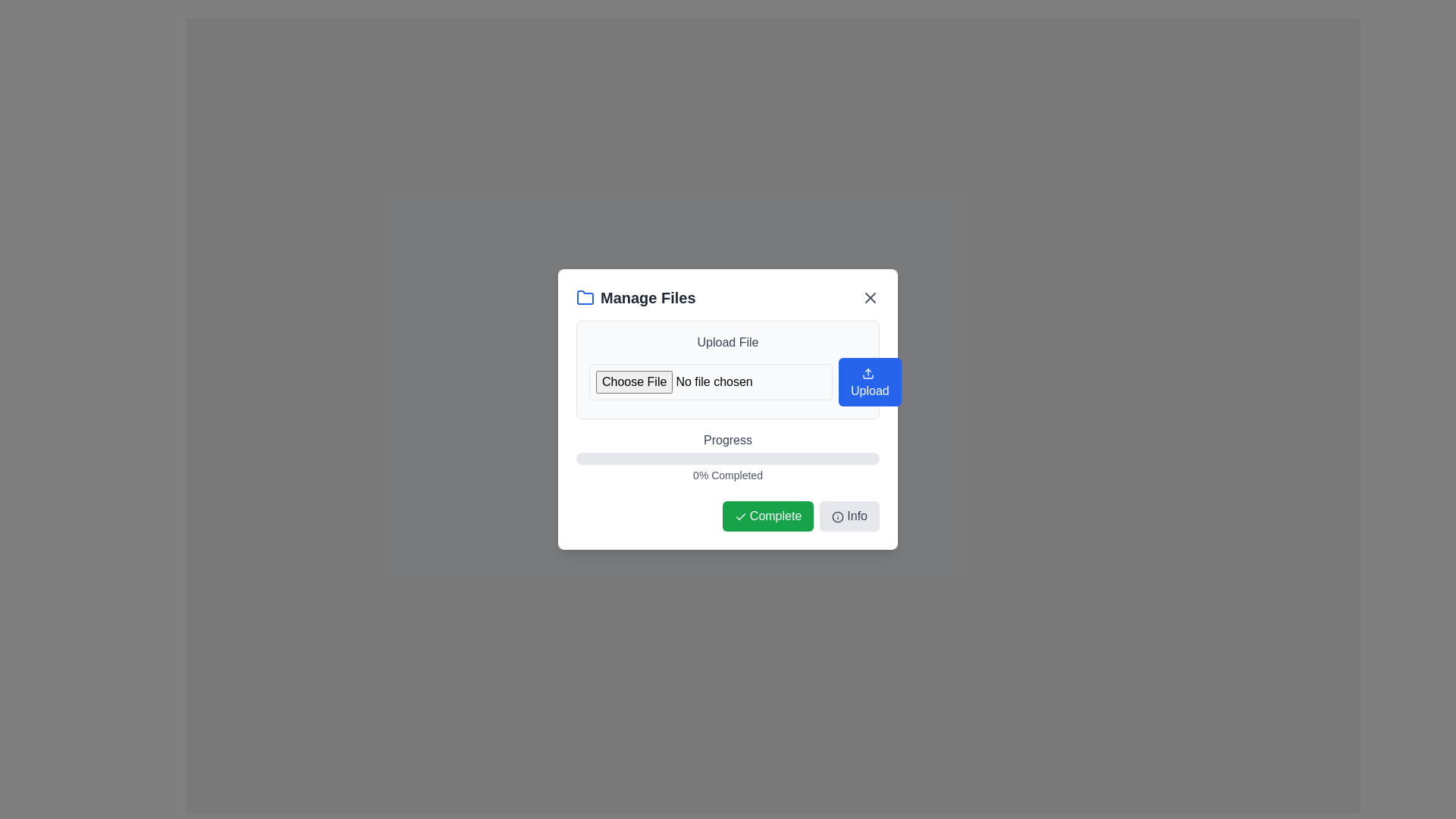  What do you see at coordinates (767, 516) in the screenshot?
I see `the leftmost button in the bottom-right of the dialog box to confirm the completion of the current process` at bounding box center [767, 516].